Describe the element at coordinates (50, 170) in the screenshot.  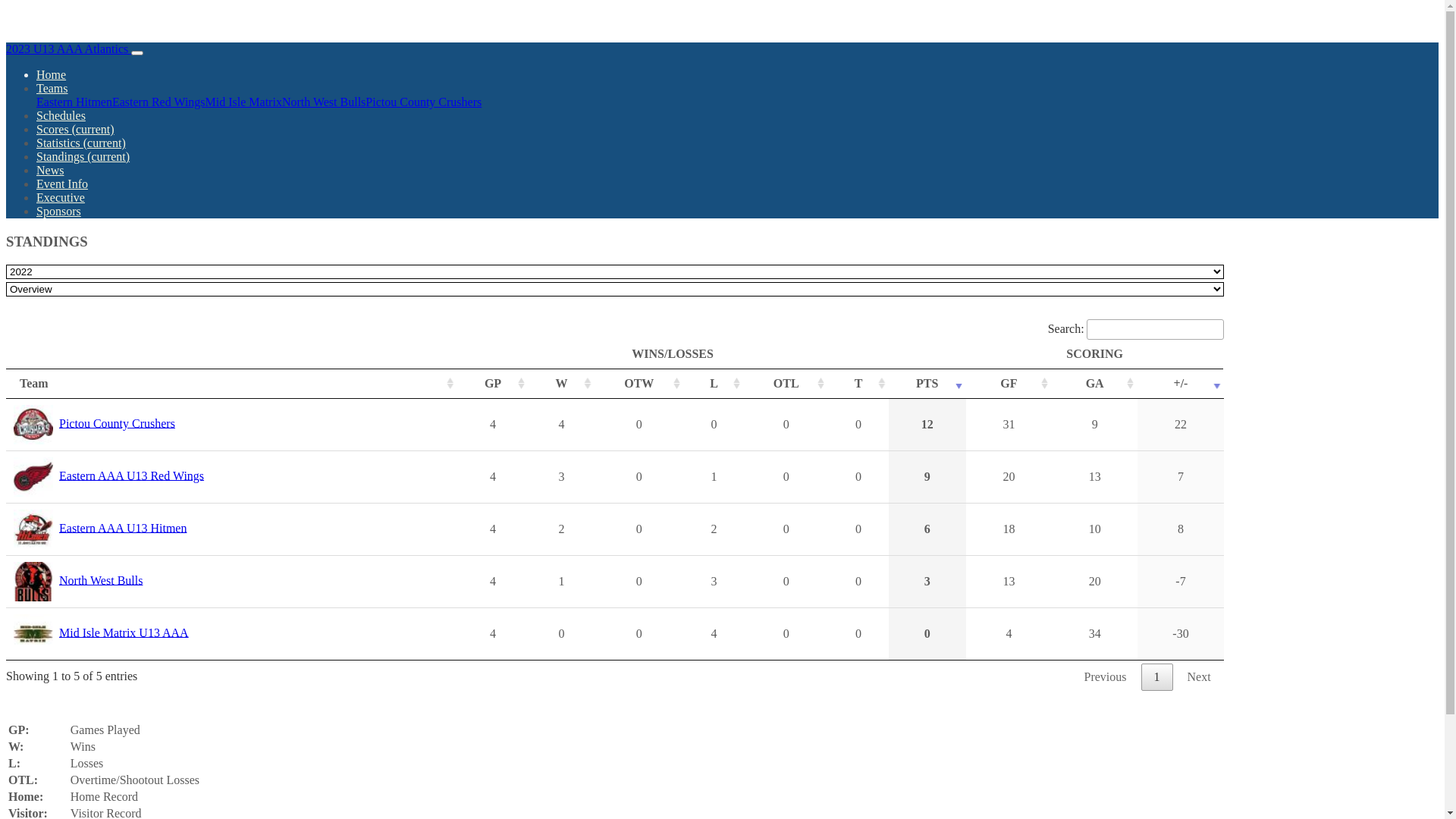
I see `'News'` at that location.